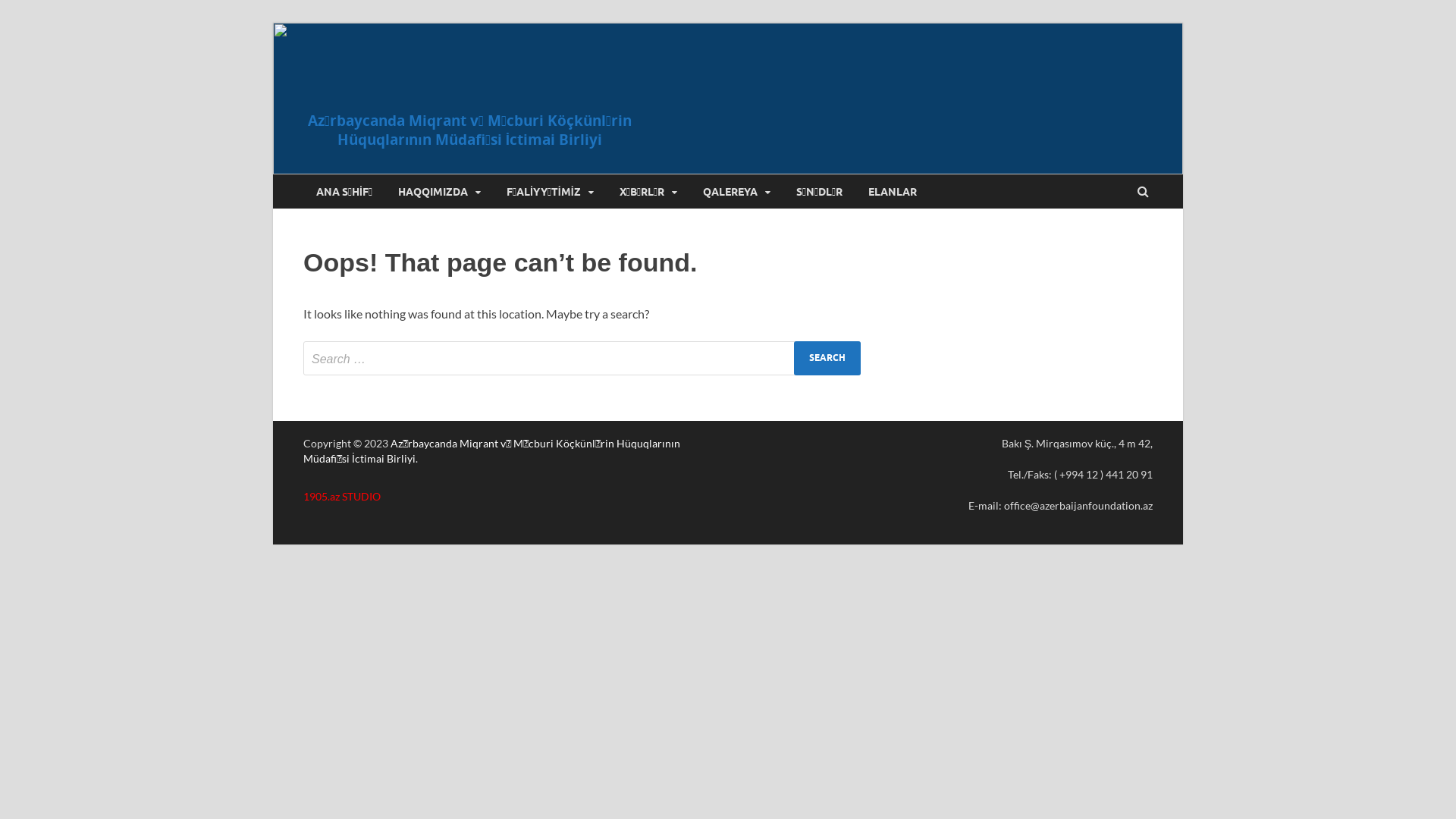 This screenshot has width=1456, height=819. Describe the element at coordinates (892, 190) in the screenshot. I see `'ELANLAR'` at that location.